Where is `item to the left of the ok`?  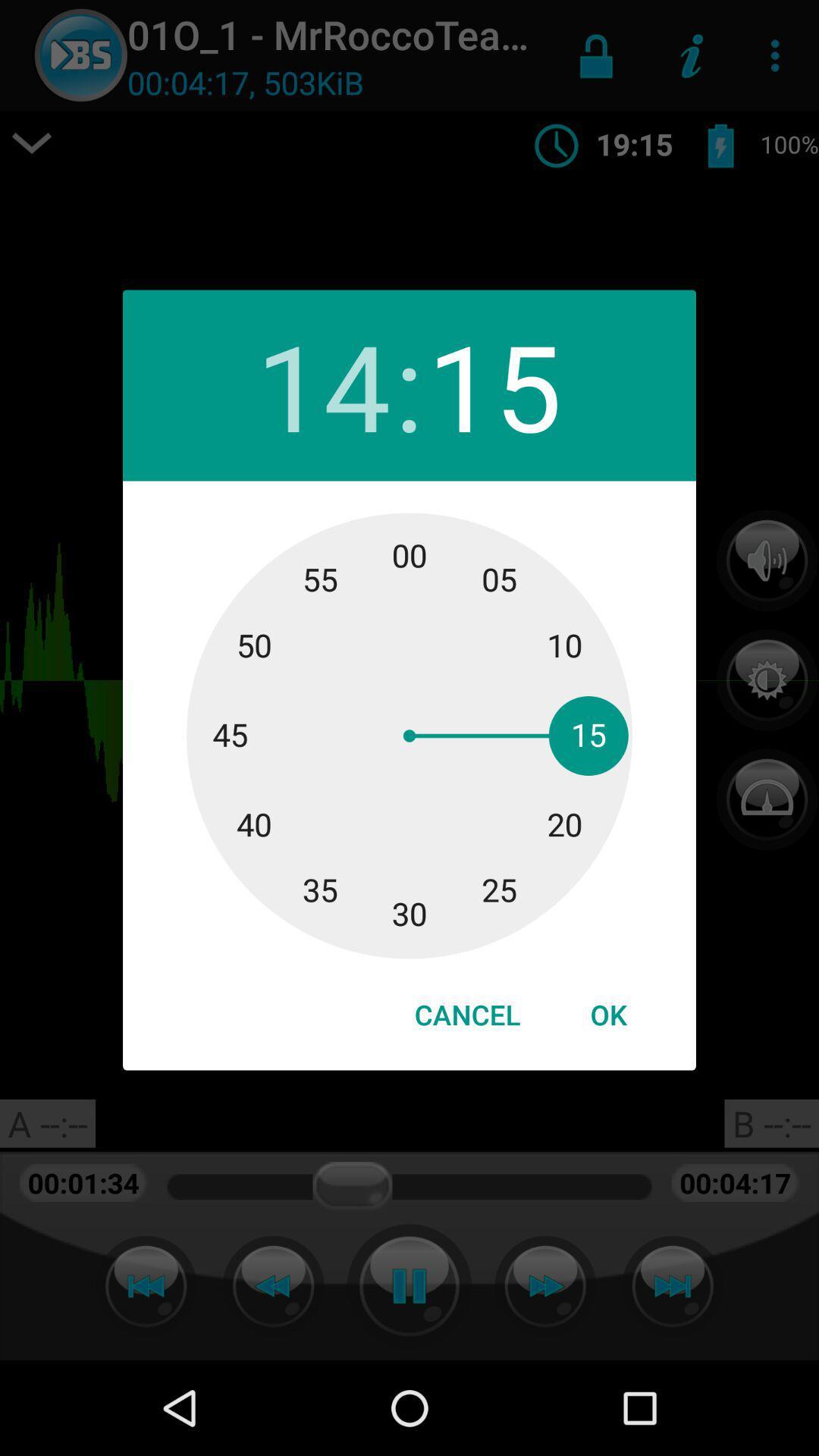
item to the left of the ok is located at coordinates (466, 1015).